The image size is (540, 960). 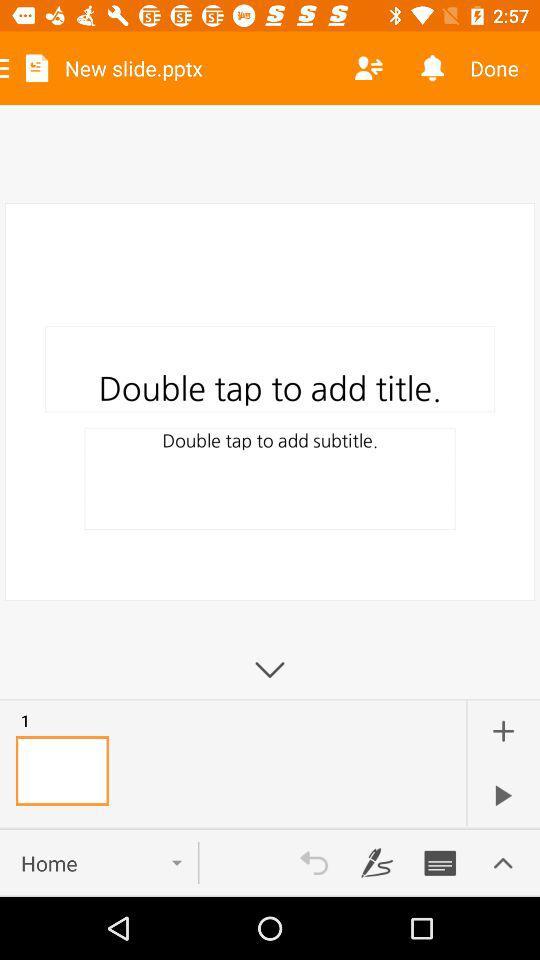 I want to click on previous, so click(x=314, y=862).